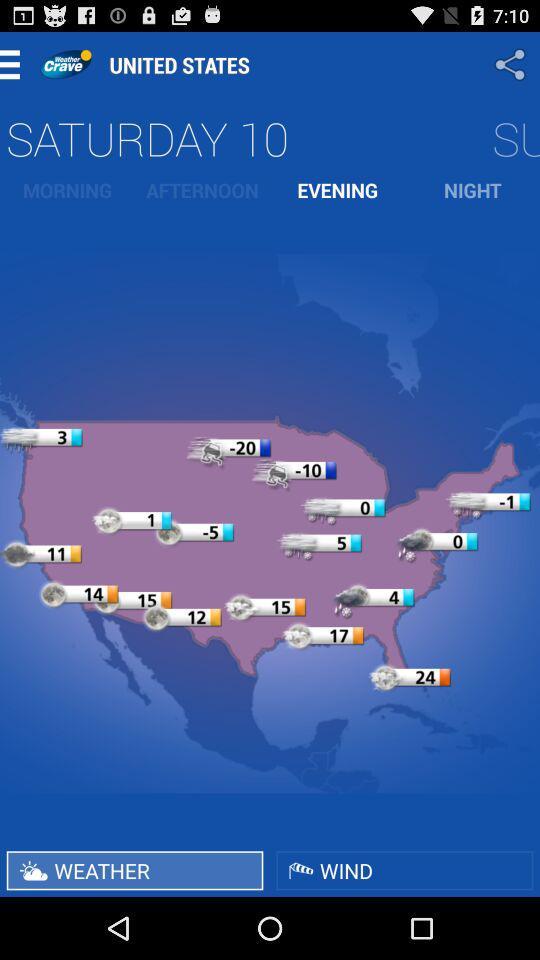 The height and width of the screenshot is (960, 540). I want to click on the weather icon, so click(135, 869).